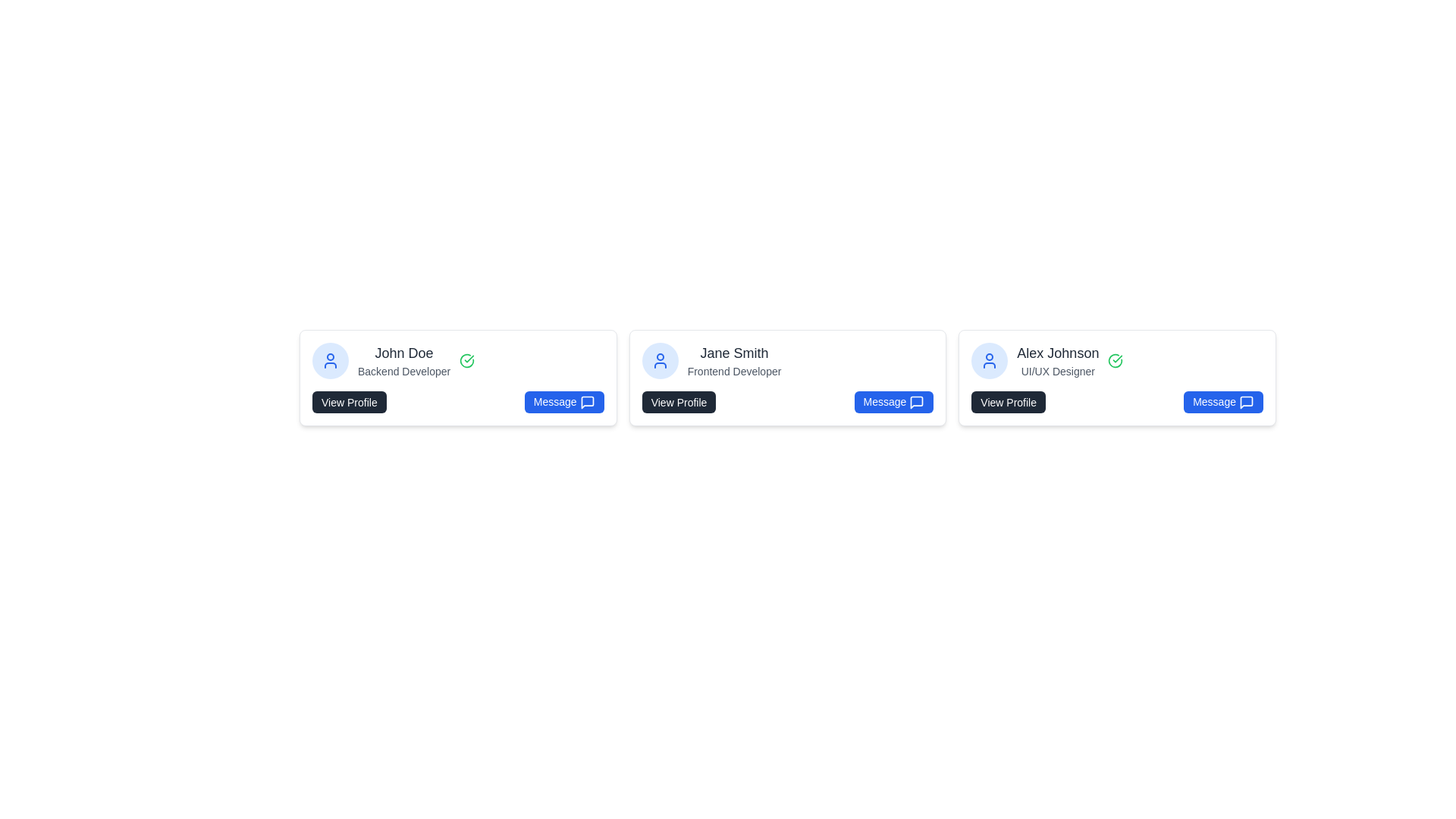  What do you see at coordinates (1009, 401) in the screenshot?
I see `the button` at bounding box center [1009, 401].